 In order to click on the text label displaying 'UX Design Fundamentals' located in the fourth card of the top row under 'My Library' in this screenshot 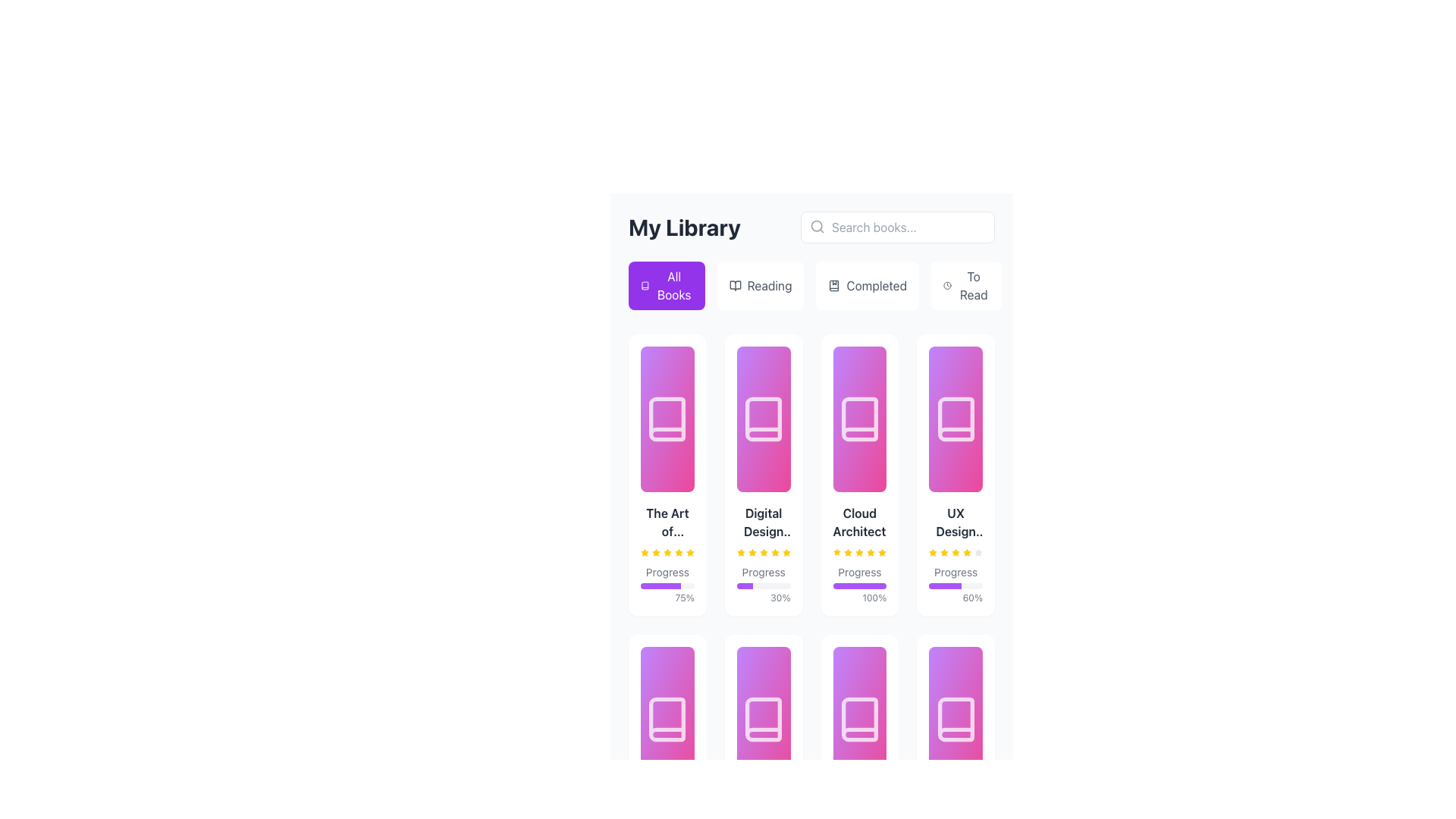, I will do `click(955, 522)`.